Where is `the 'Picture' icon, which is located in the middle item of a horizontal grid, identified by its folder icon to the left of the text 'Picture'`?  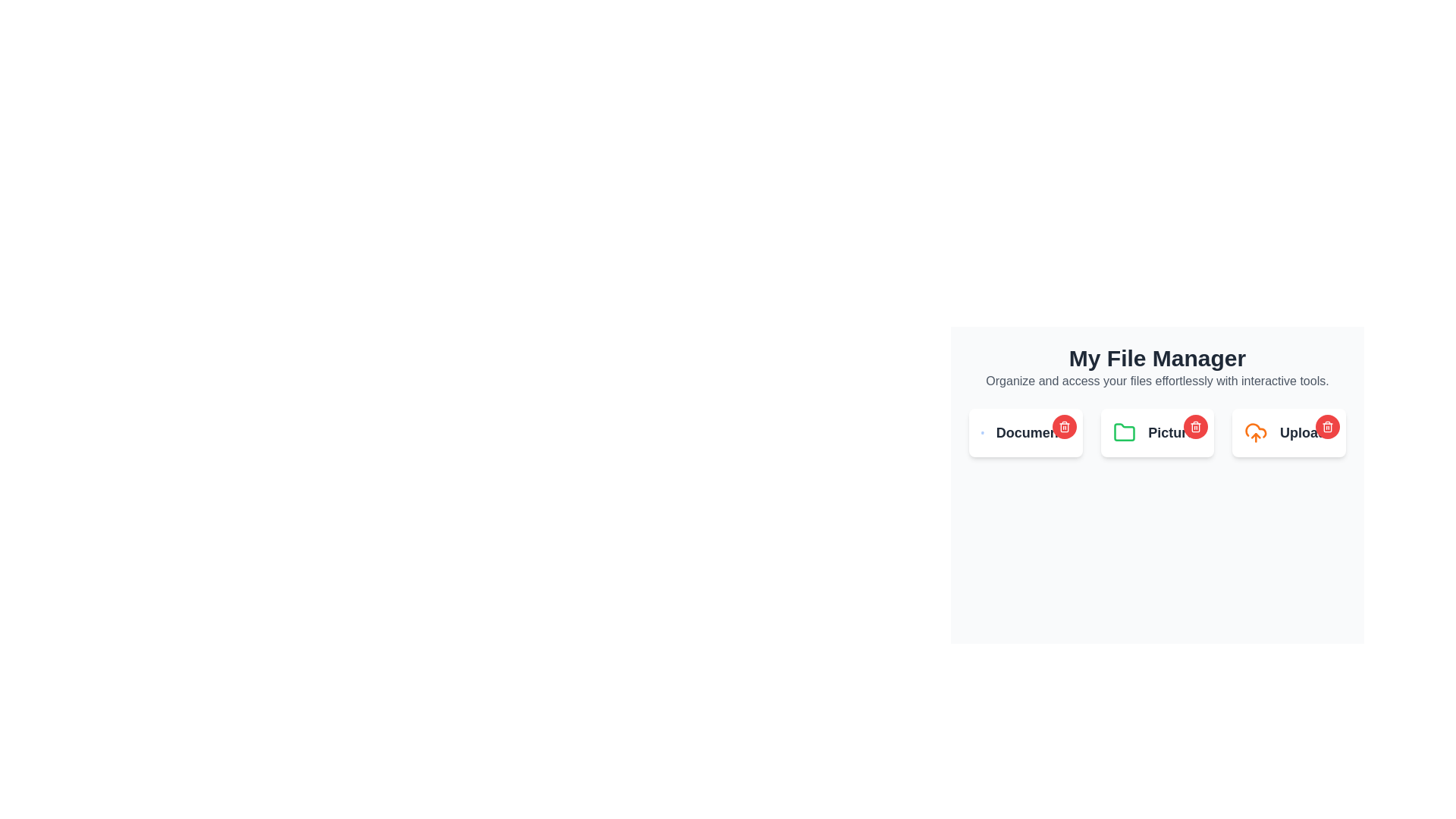
the 'Picture' icon, which is located in the middle item of a horizontal grid, identified by its folder icon to the left of the text 'Picture' is located at coordinates (1125, 432).